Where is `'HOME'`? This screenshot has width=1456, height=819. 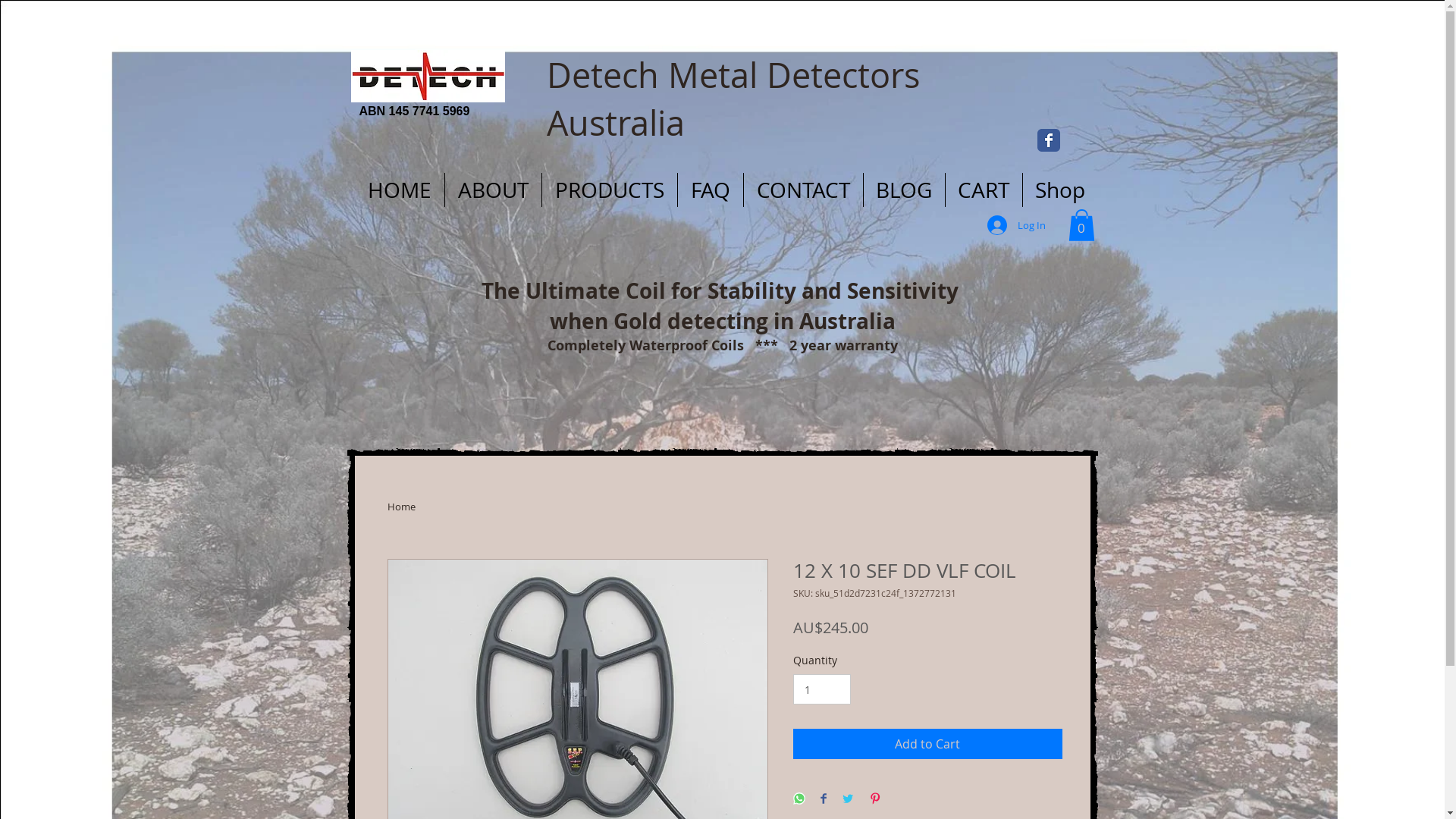 'HOME' is located at coordinates (400, 189).